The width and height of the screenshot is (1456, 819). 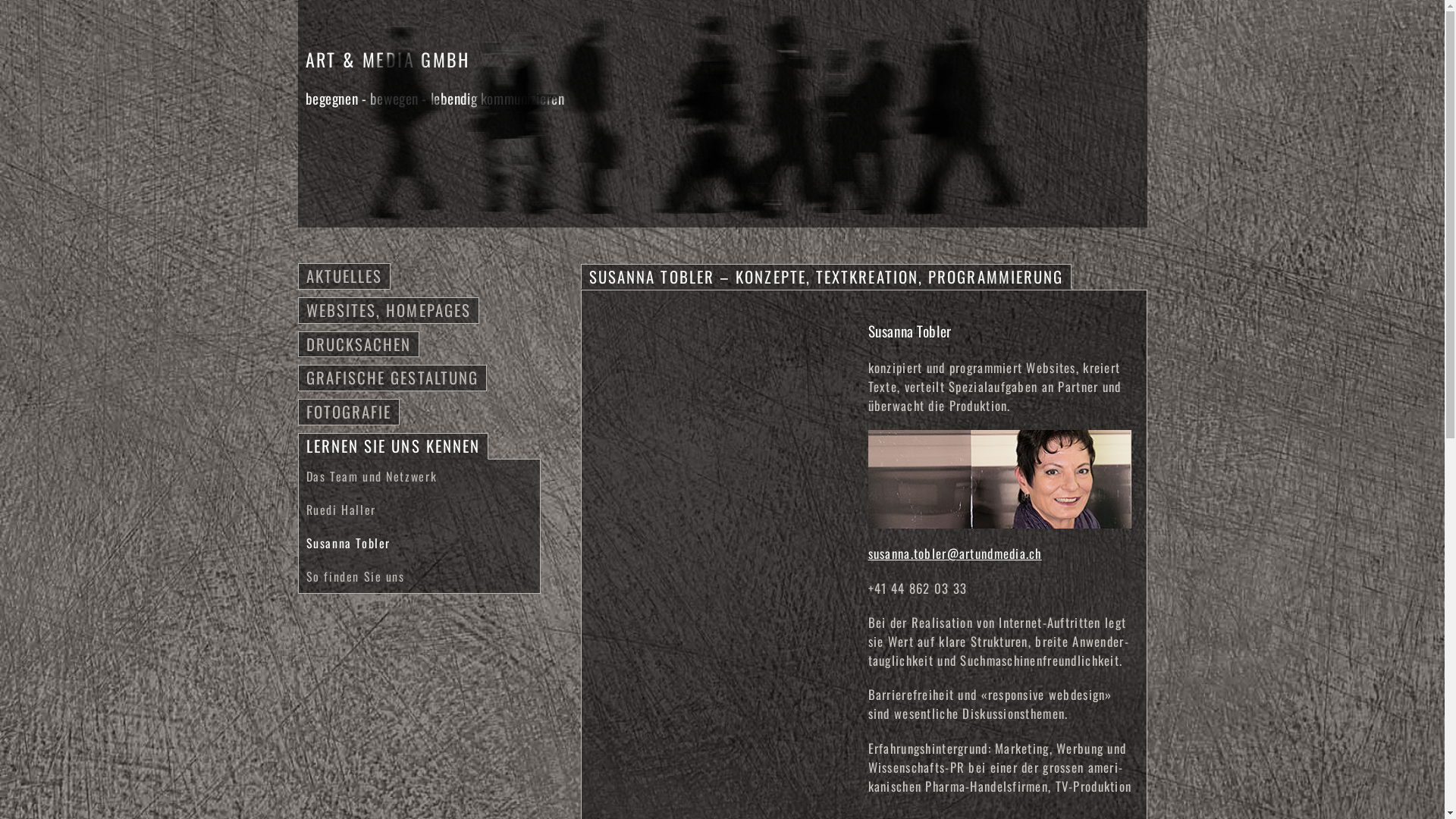 What do you see at coordinates (393, 376) in the screenshot?
I see `'GRAFISCHE GESTALTUNG'` at bounding box center [393, 376].